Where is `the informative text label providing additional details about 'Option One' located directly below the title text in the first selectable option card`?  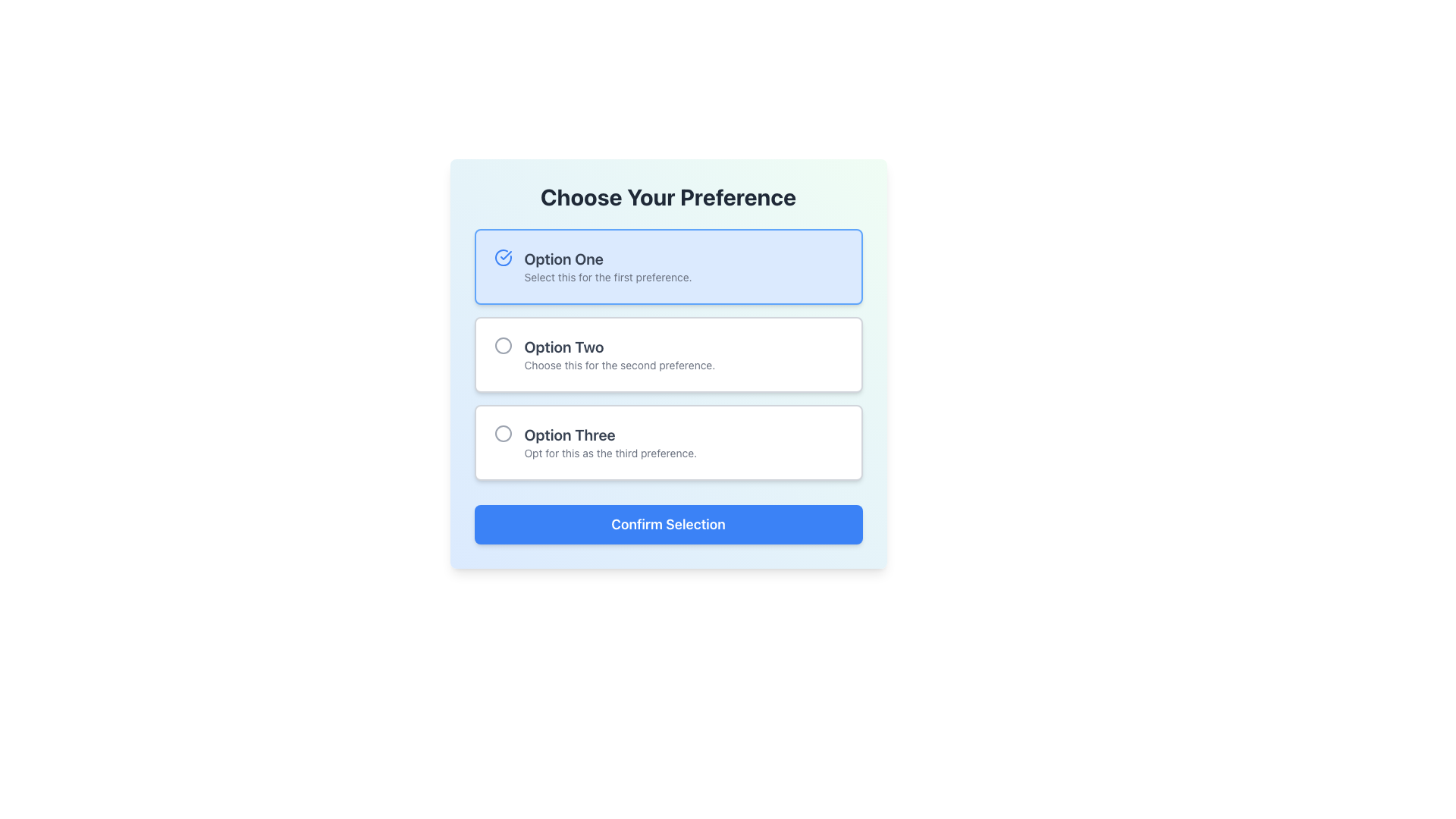 the informative text label providing additional details about 'Option One' located directly below the title text in the first selectable option card is located at coordinates (608, 278).